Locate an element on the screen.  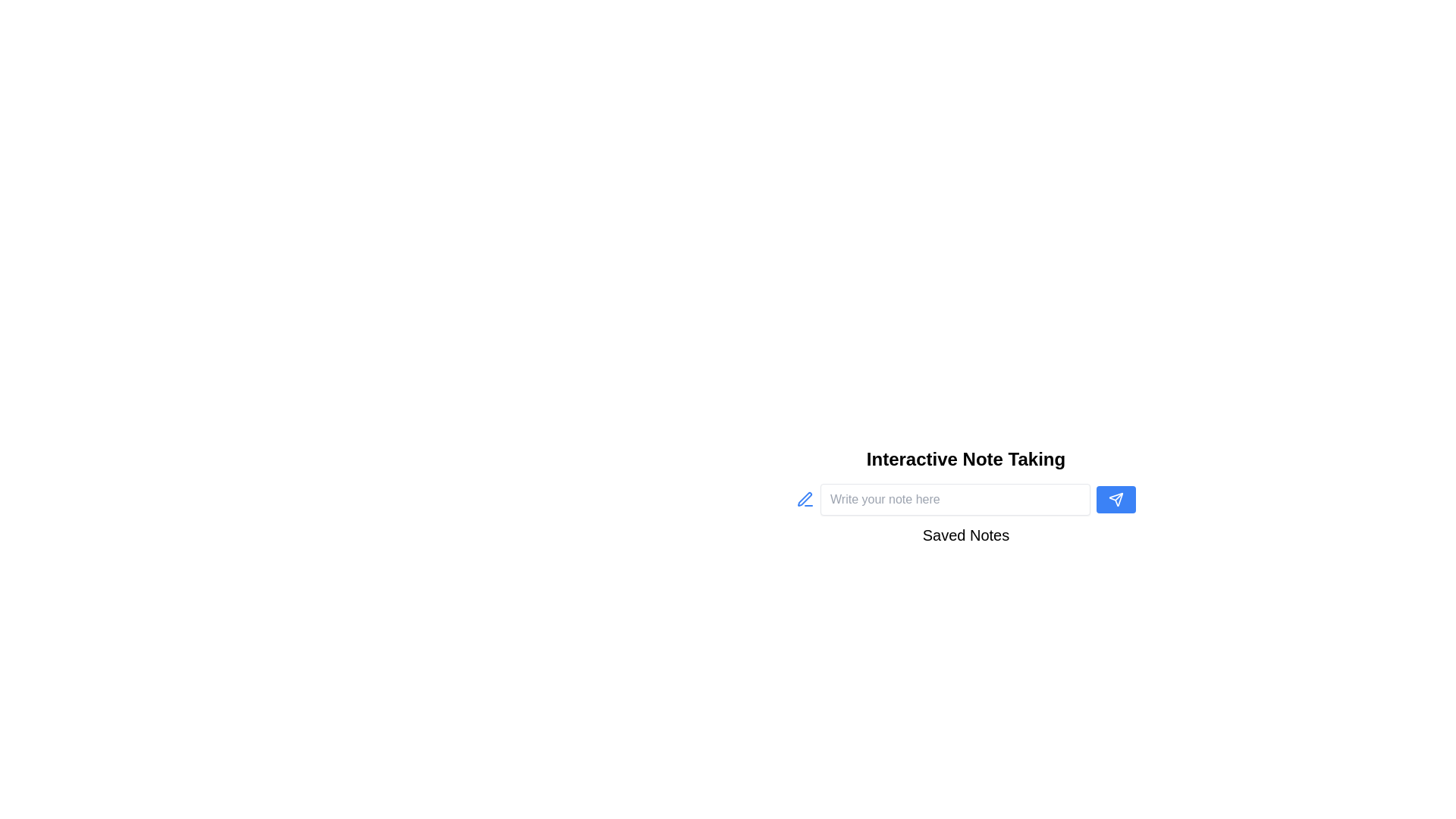
the editing icon located to the left of the 'Write your note here' text box is located at coordinates (804, 500).